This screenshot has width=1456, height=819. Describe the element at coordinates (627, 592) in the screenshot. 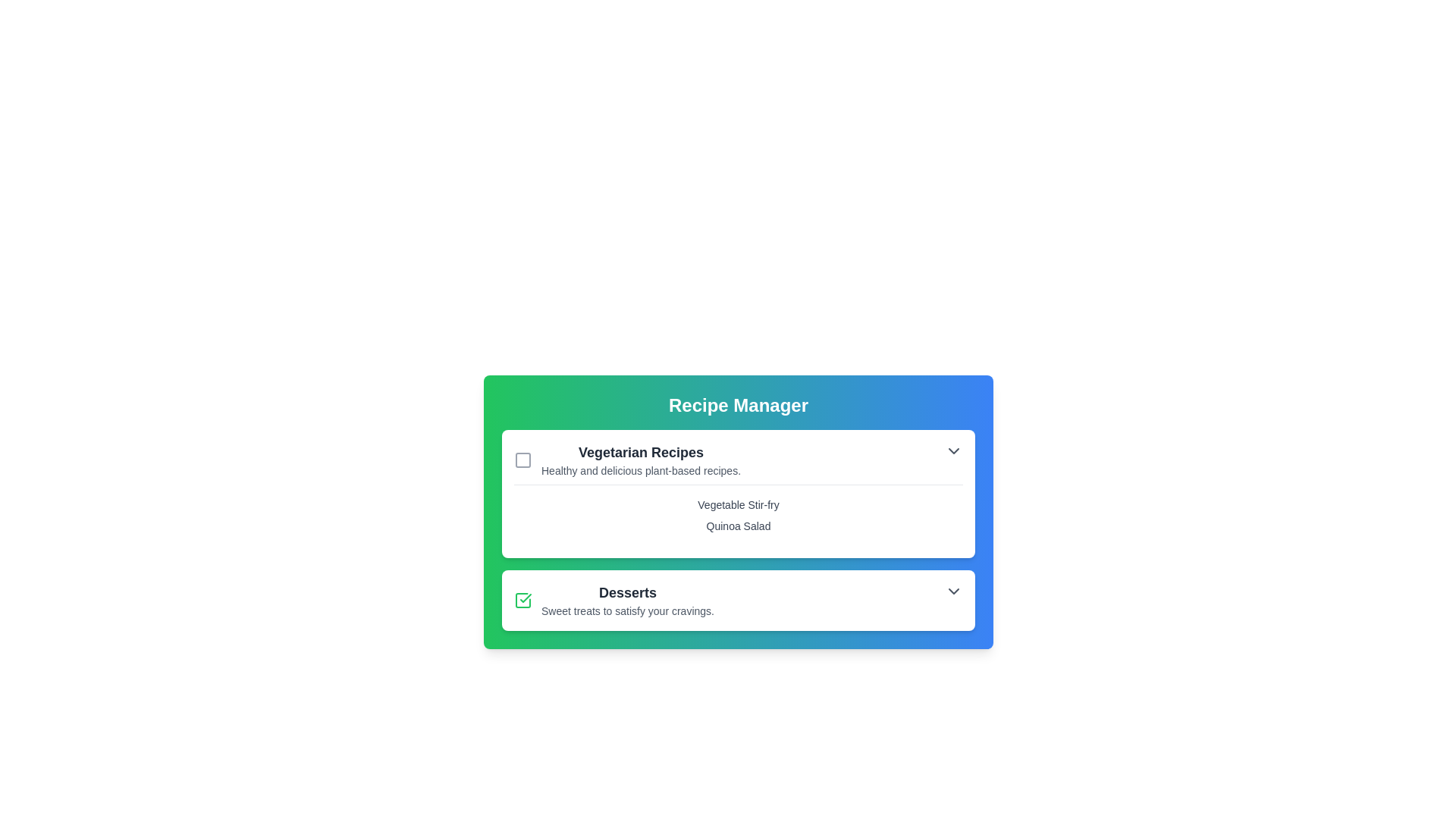

I see `the header text element labeled 'Desserts', which is positioned above the description text 'Sweet treats to satisfy your cravings.'` at that location.